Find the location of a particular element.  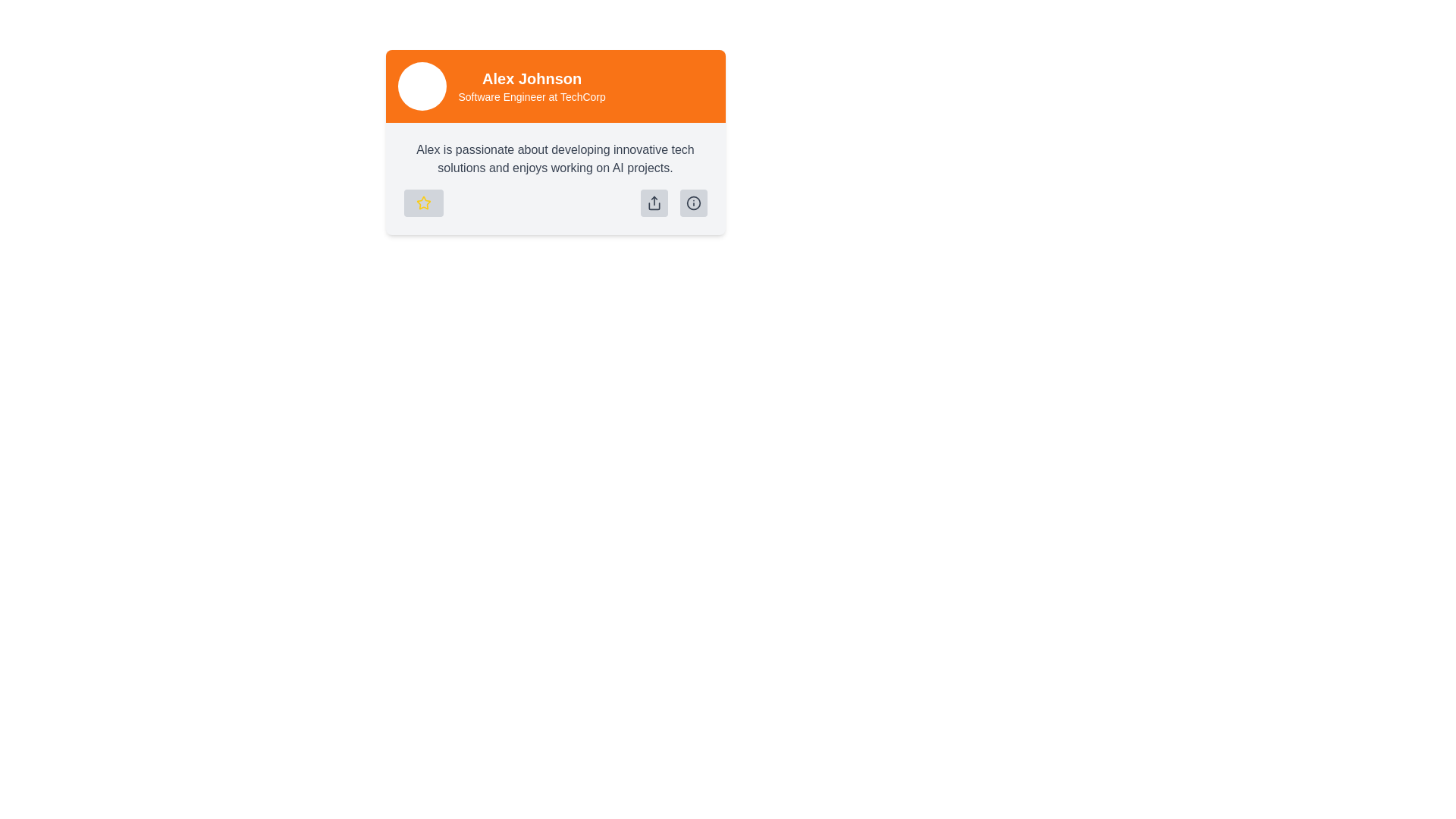

the text element displaying 'Software Engineer' within the orange header box, located directly below 'Alex Johnson' is located at coordinates (532, 96).